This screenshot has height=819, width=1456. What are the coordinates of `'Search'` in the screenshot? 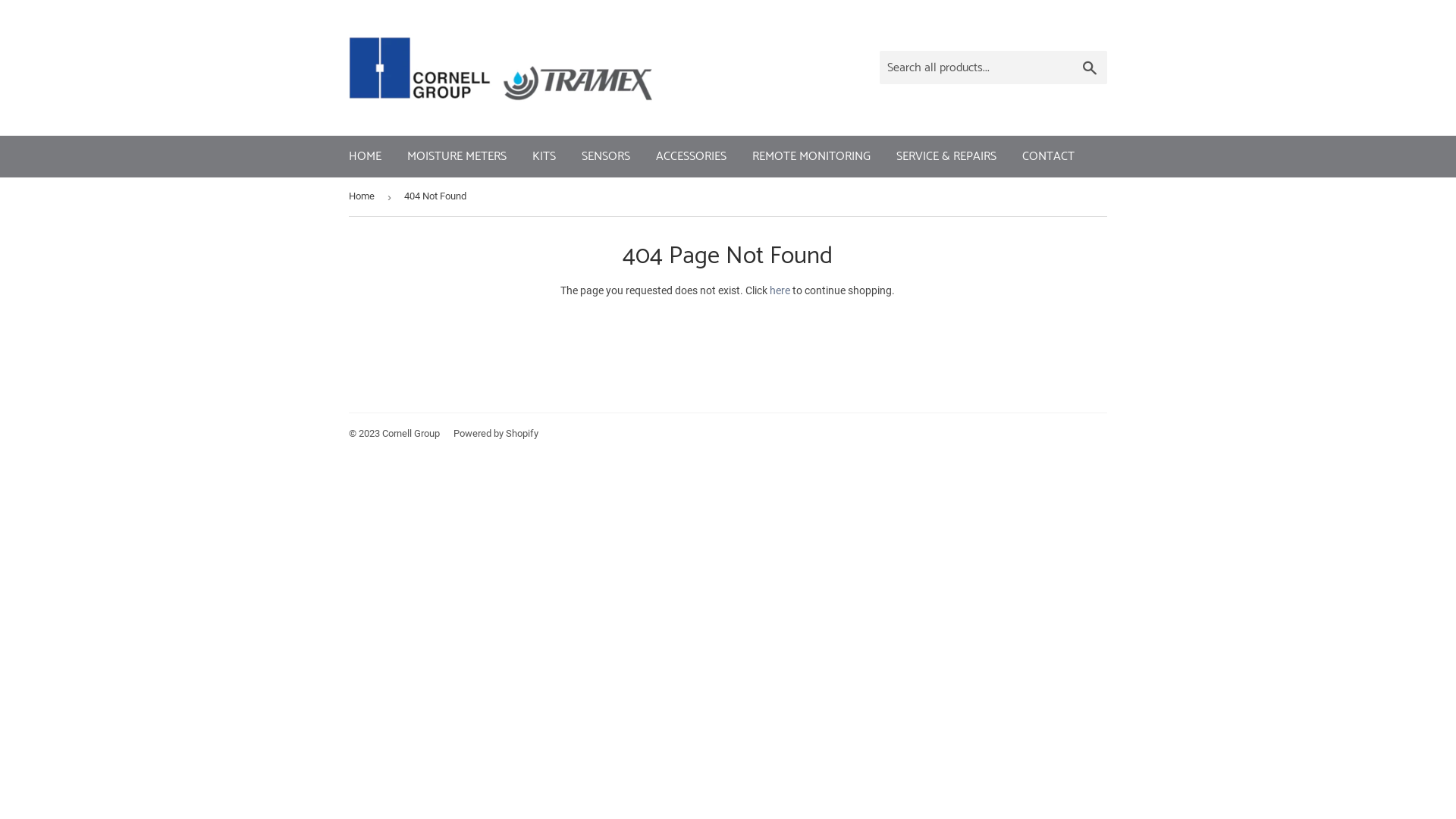 It's located at (1089, 67).